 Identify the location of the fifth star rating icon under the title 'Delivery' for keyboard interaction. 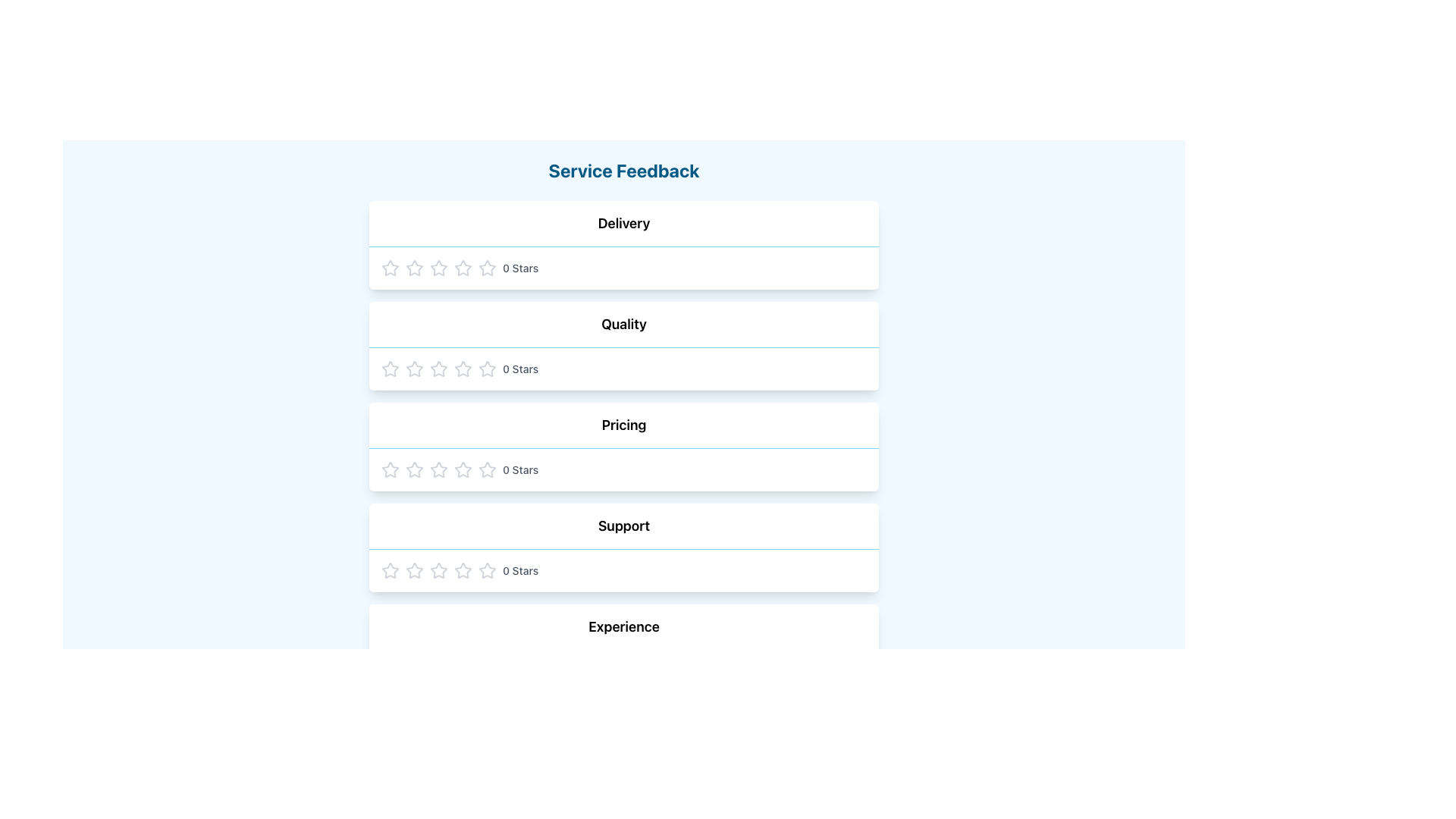
(462, 268).